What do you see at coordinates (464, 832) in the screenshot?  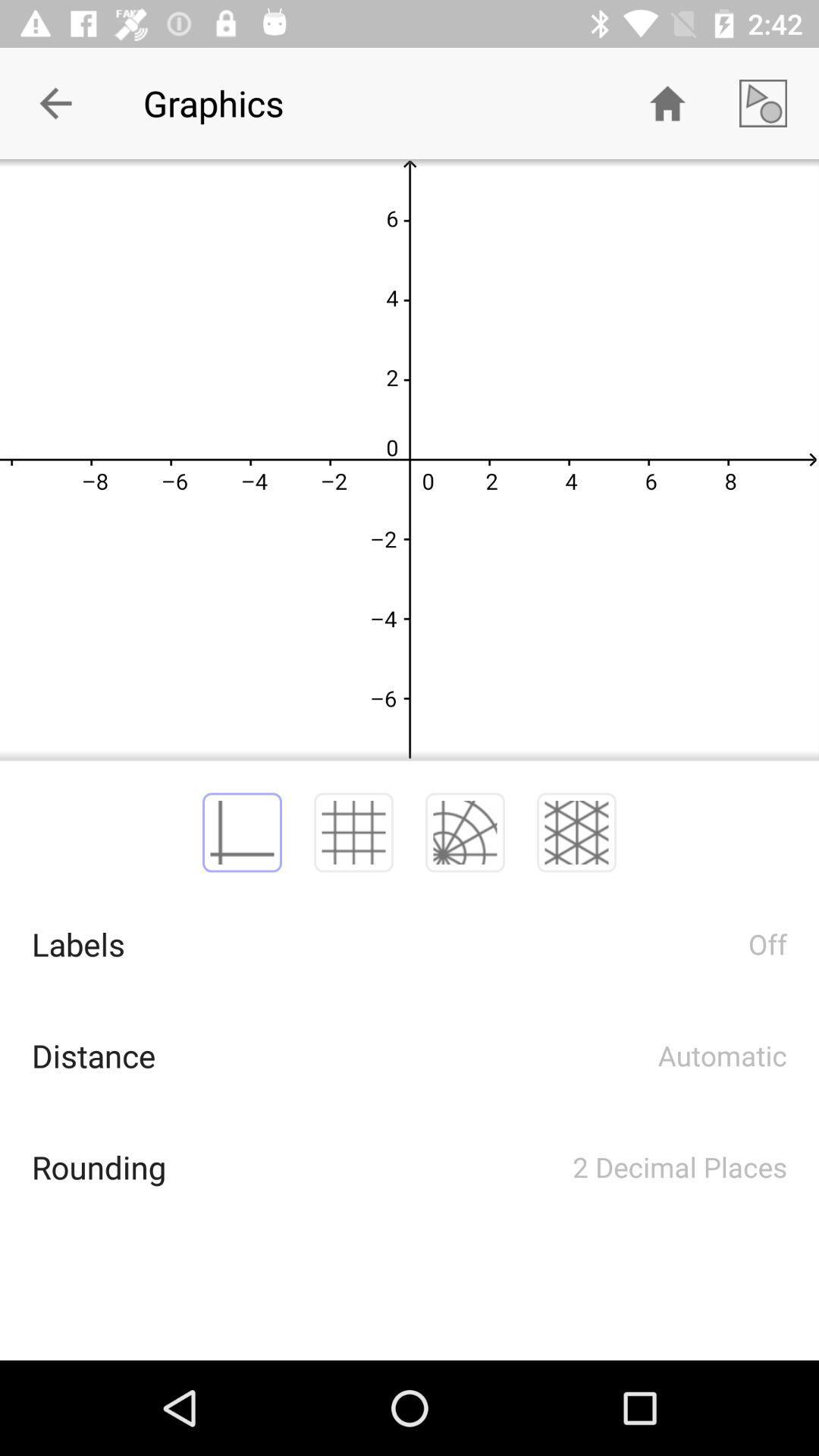 I see `the third icon just above the text labels` at bounding box center [464, 832].